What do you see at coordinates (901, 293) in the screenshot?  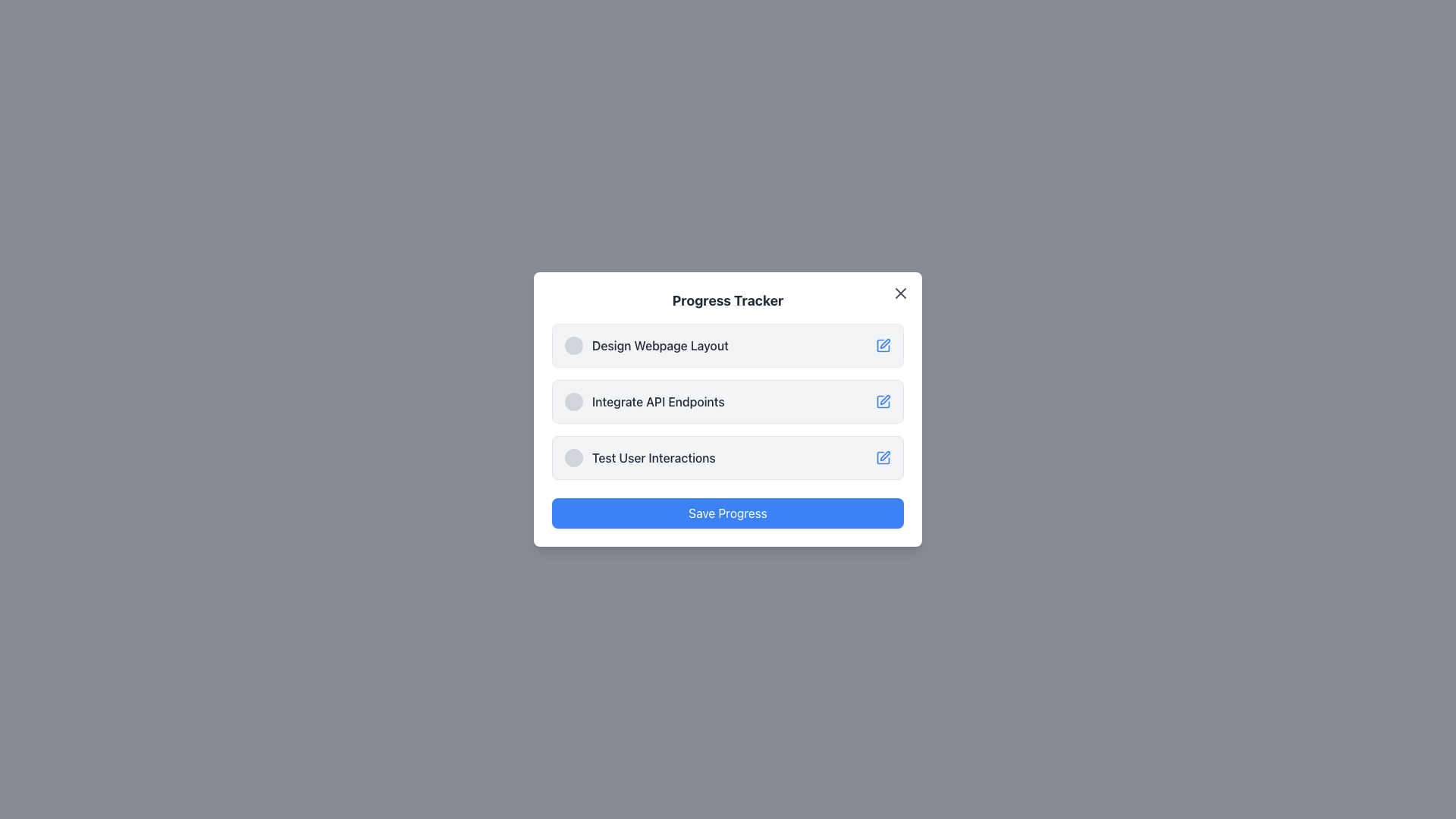 I see `the small square button with an 'X' icon in the top-right corner of the modal dialog` at bounding box center [901, 293].